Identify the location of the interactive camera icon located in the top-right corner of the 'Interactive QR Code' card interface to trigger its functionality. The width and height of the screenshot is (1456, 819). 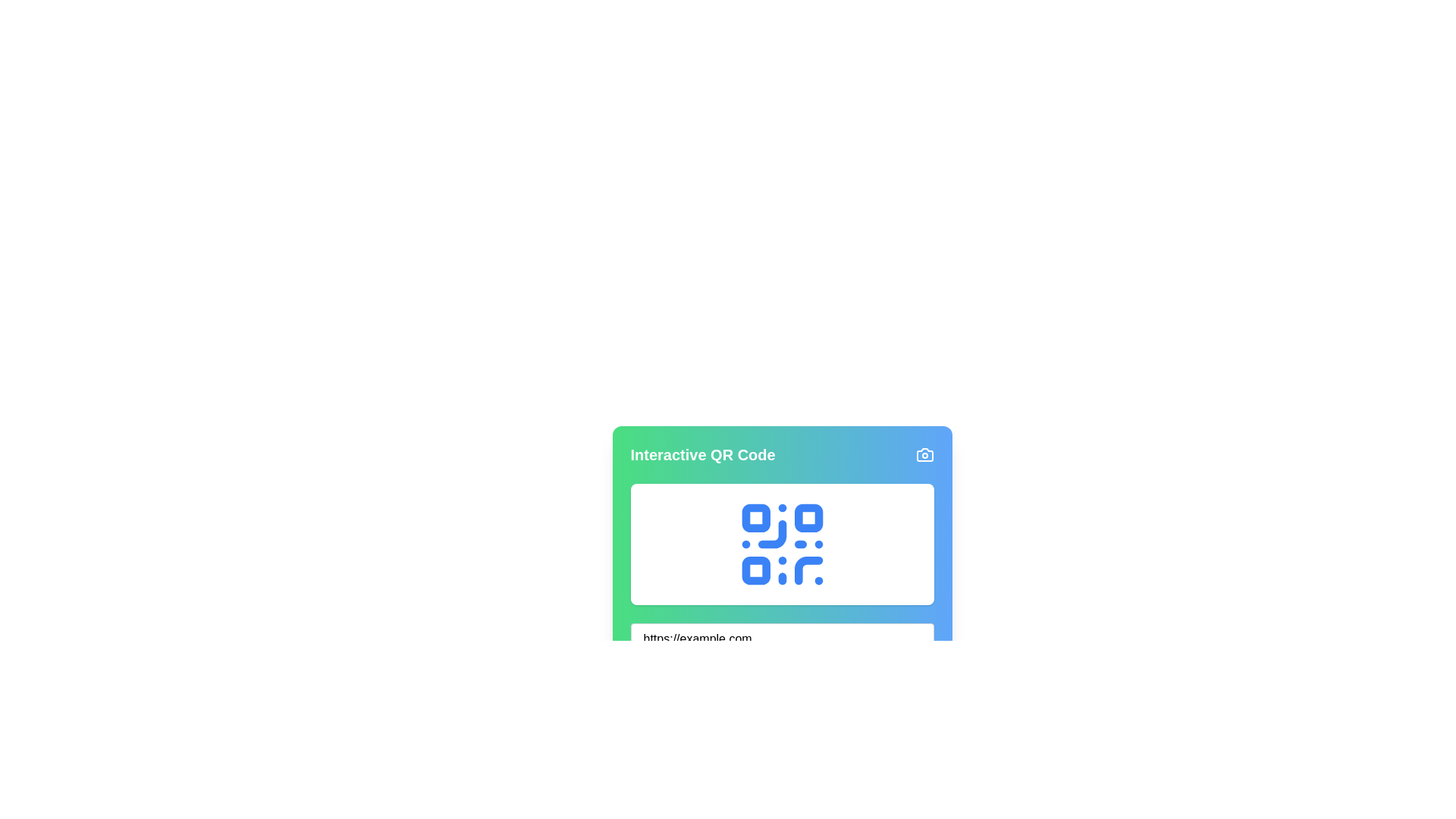
(924, 454).